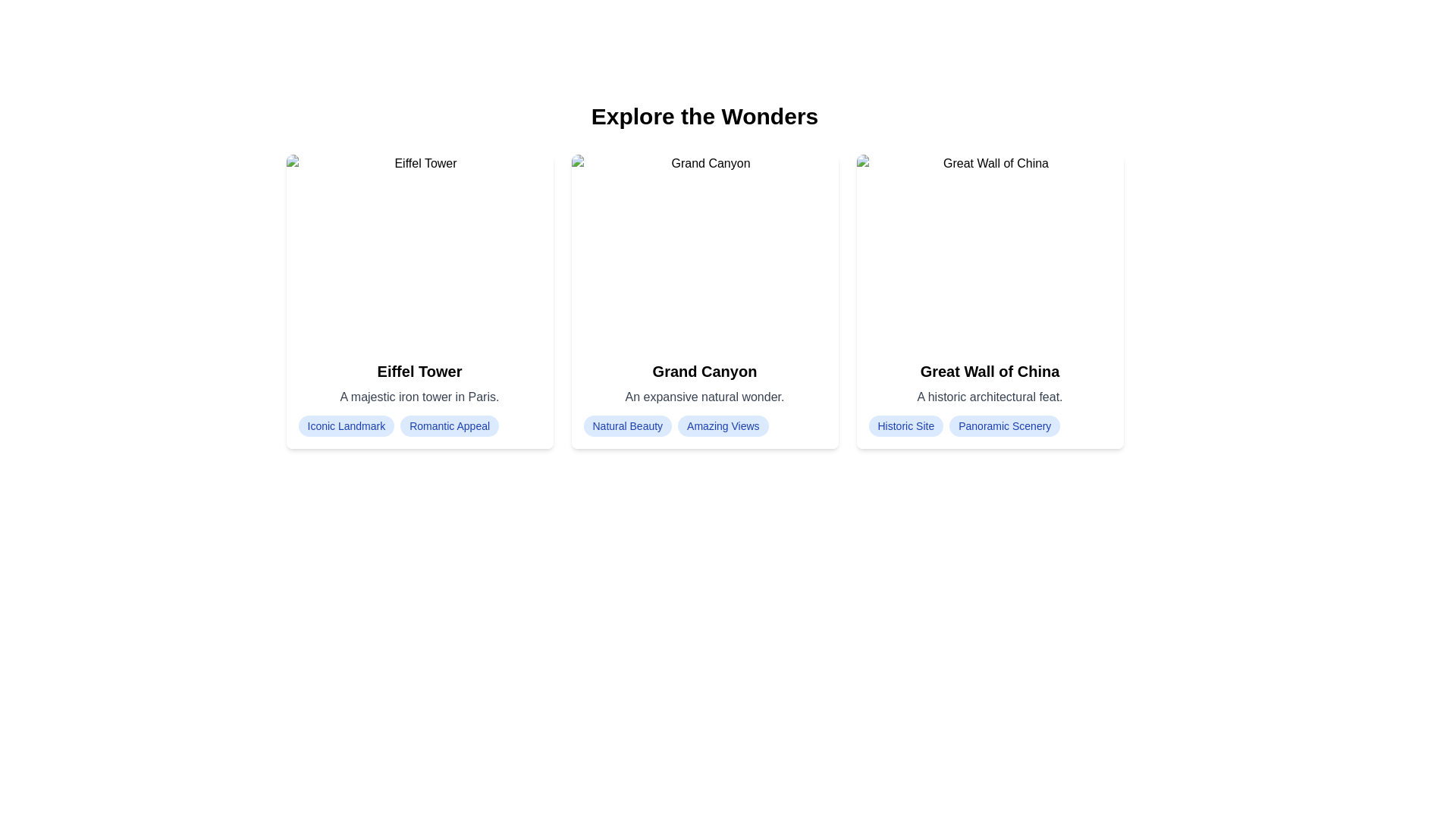 The width and height of the screenshot is (1456, 819). I want to click on the button located at the bottom center of the 'Grand Canyon' card, so click(704, 421).